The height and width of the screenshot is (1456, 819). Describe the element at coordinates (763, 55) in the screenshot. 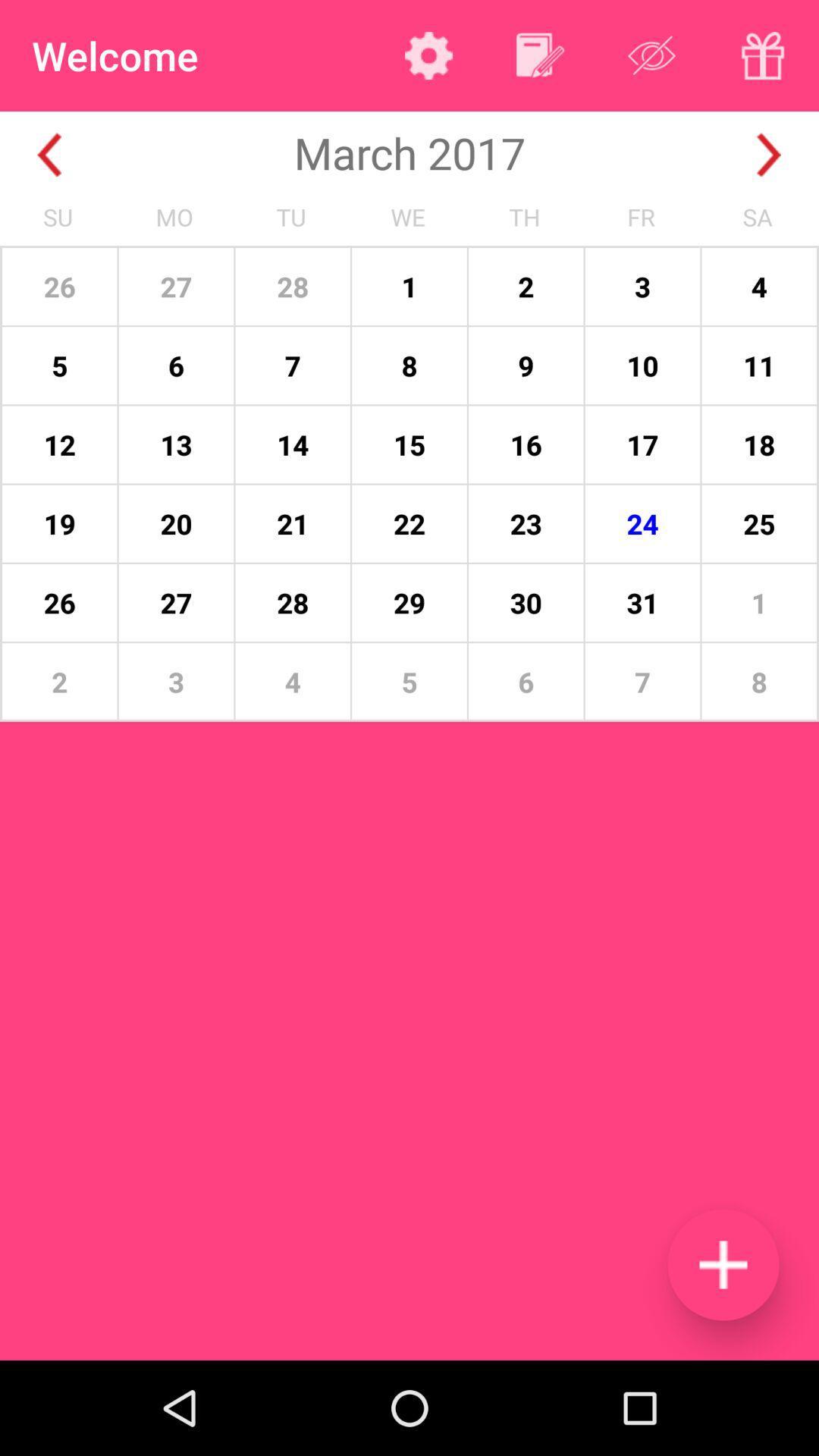

I see `my secret diary with password` at that location.